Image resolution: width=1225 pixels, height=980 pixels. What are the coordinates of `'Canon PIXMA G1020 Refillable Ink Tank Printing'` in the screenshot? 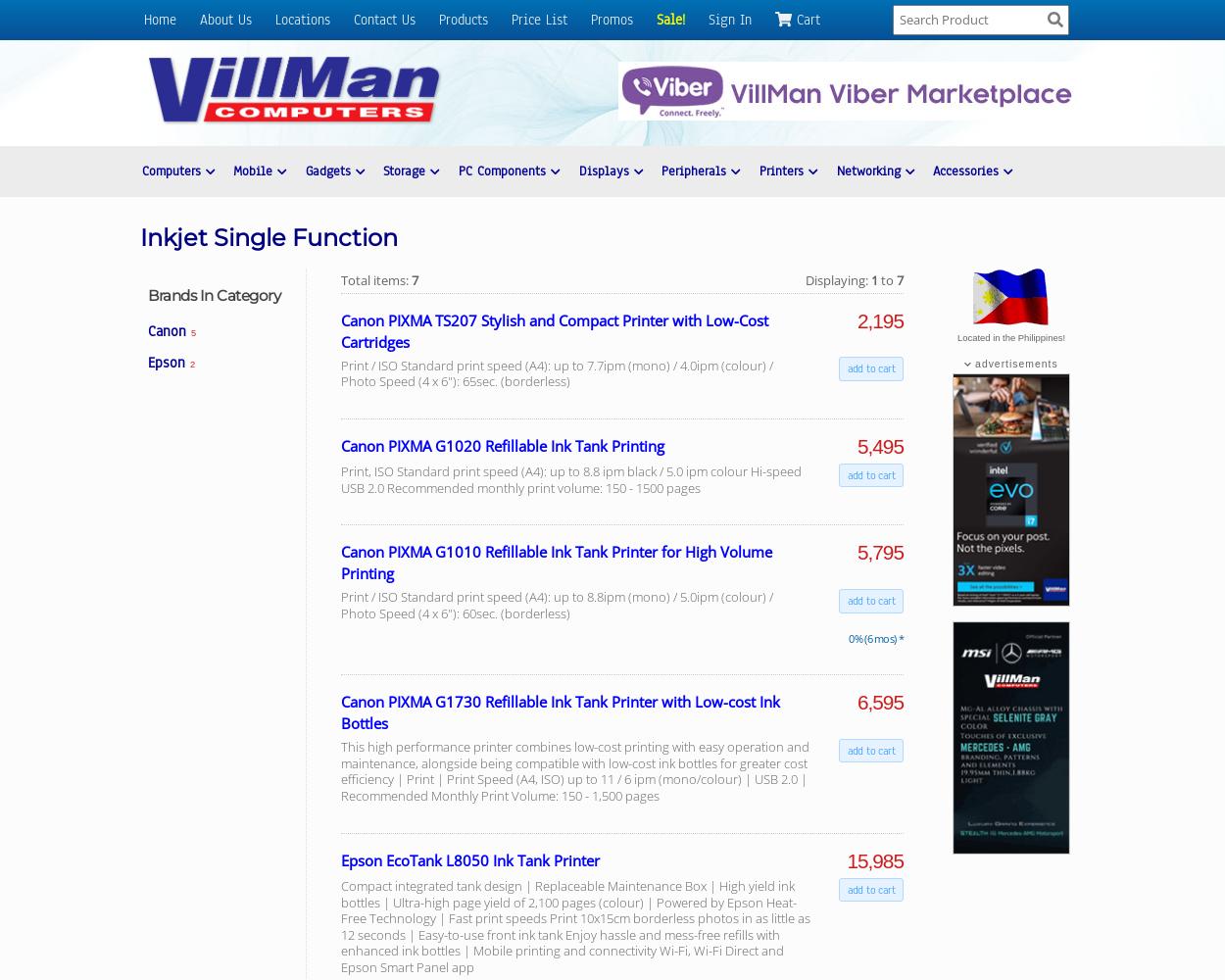 It's located at (503, 444).